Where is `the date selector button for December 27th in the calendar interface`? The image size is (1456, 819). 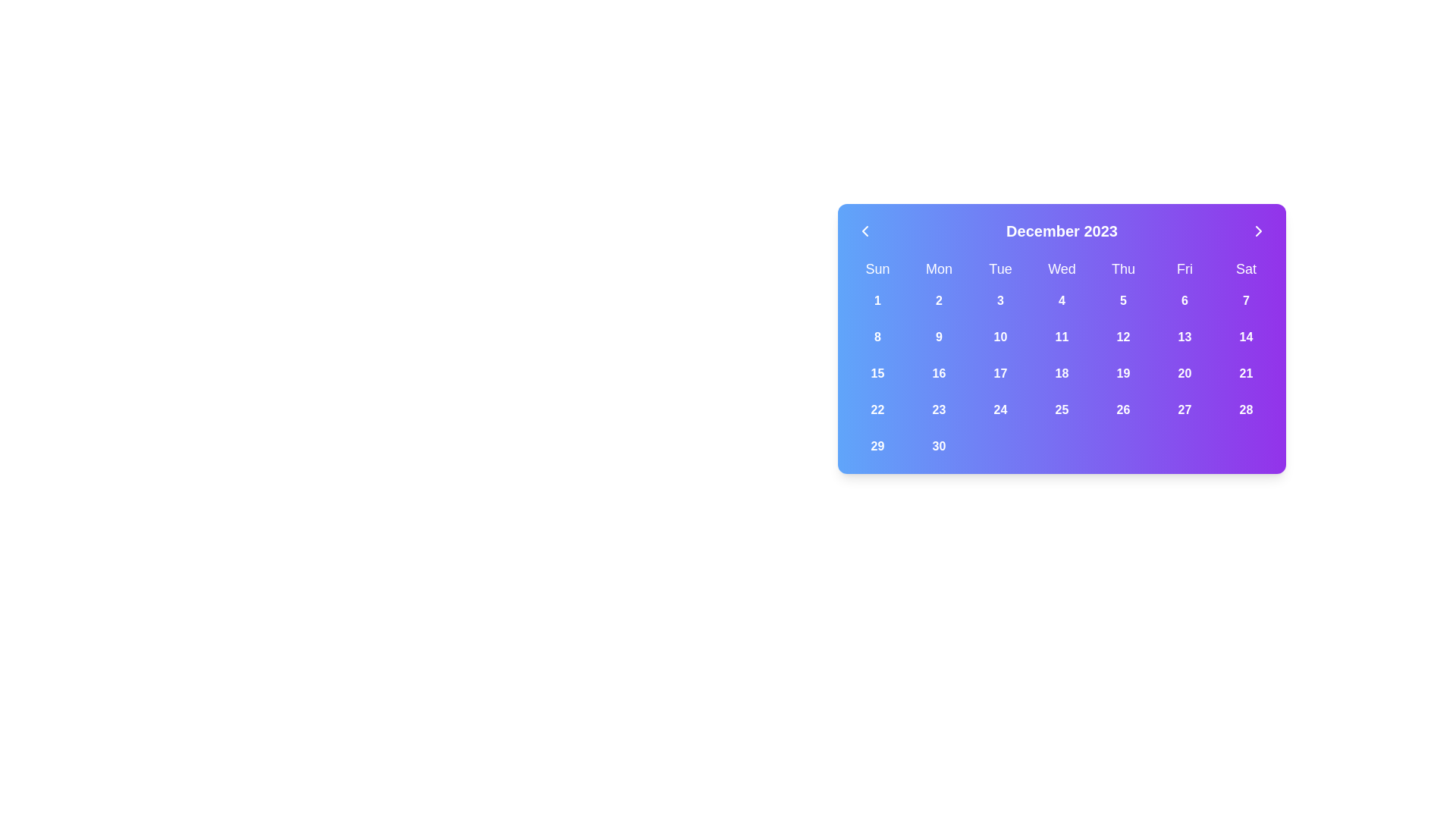
the date selector button for December 27th in the calendar interface is located at coordinates (1184, 409).